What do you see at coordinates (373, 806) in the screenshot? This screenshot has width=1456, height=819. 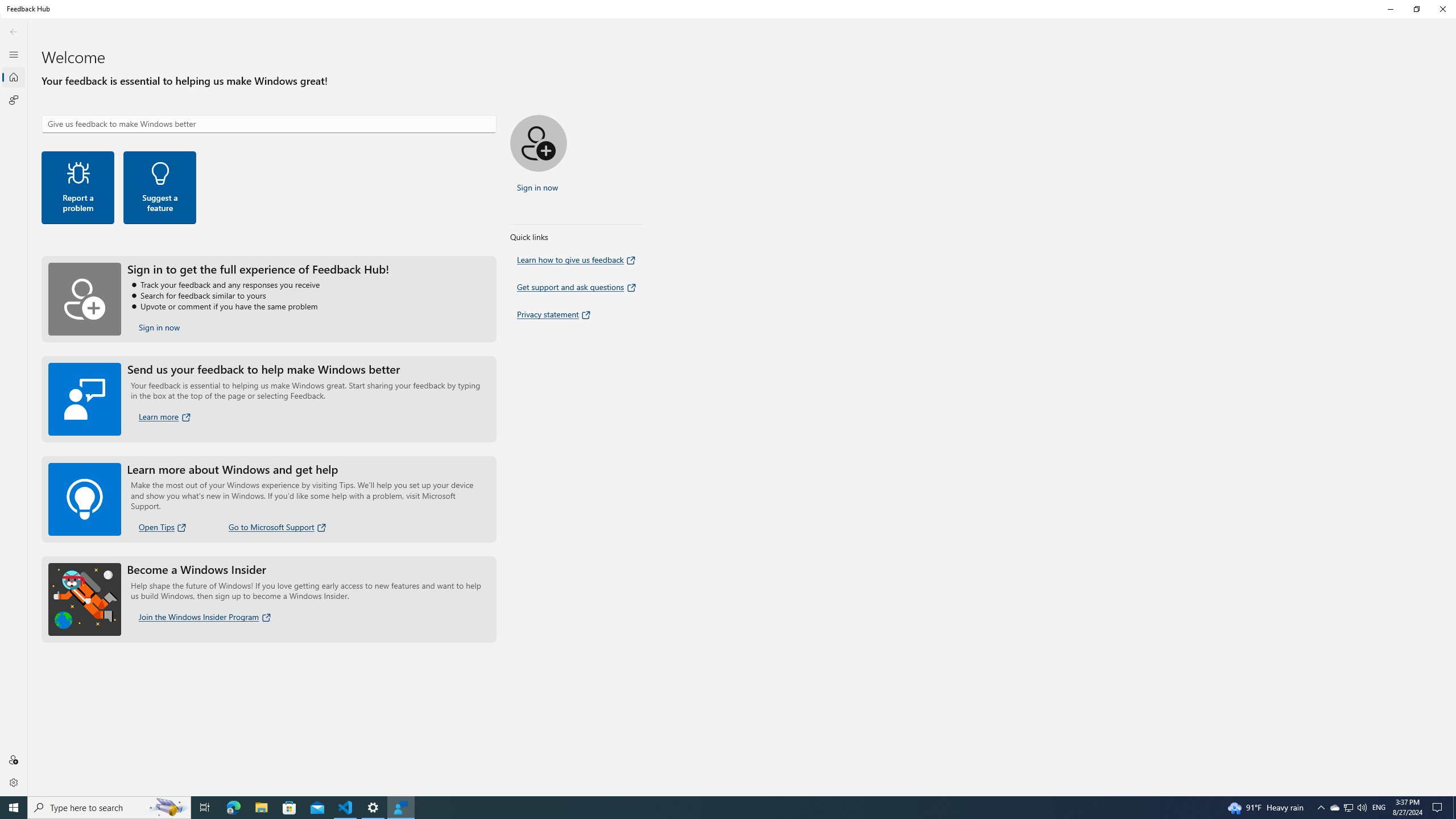 I see `'Settings - 1 running window'` at bounding box center [373, 806].